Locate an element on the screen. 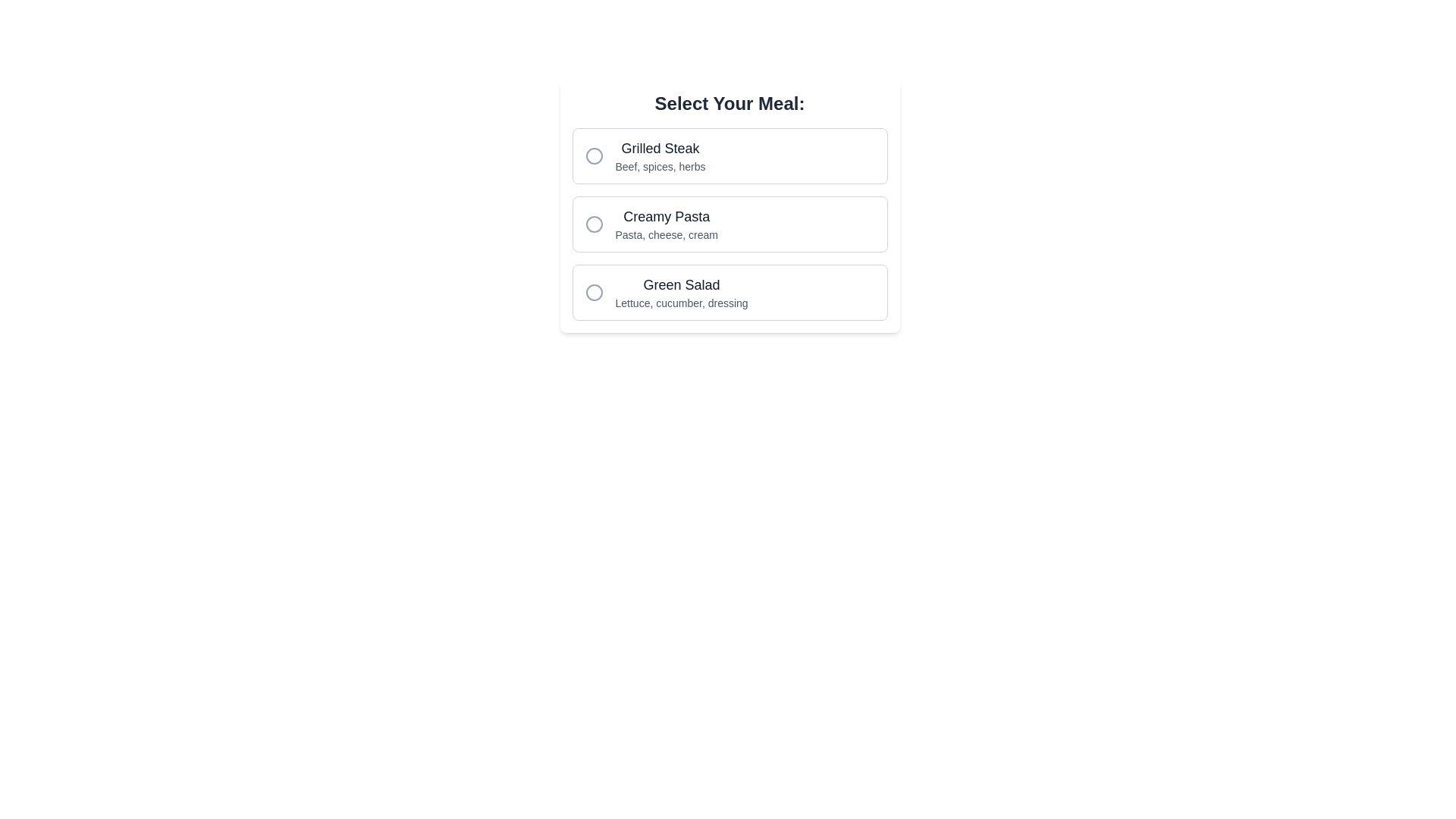  the text label displaying 'Grilled Steak' which is positioned at the top of the meal selection card is located at coordinates (661, 149).